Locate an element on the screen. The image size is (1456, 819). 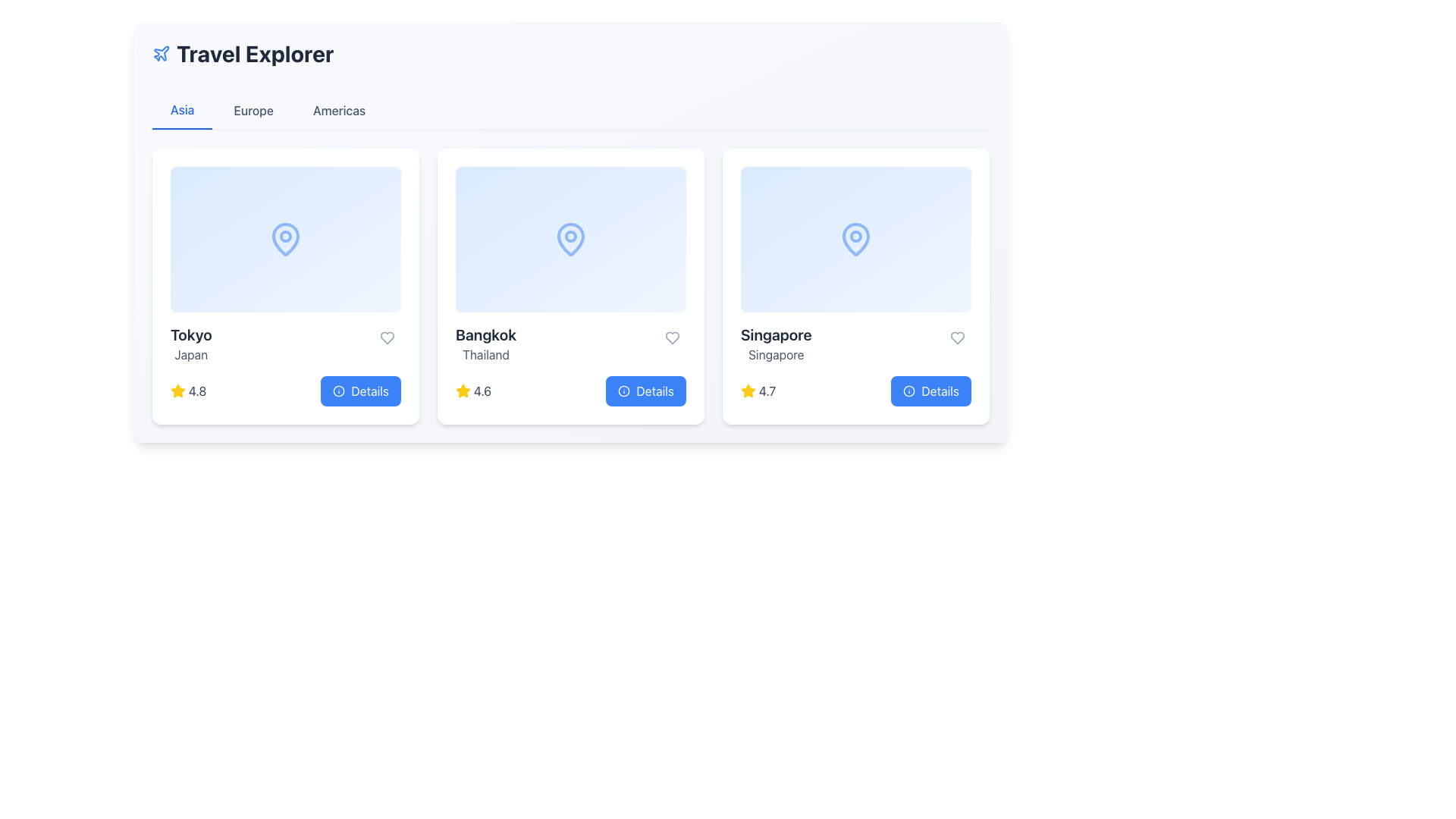
the location pin icon with a light blue stroke on the blue rectangular background, located in the rightmost card labeled 'Singapore' is located at coordinates (855, 239).